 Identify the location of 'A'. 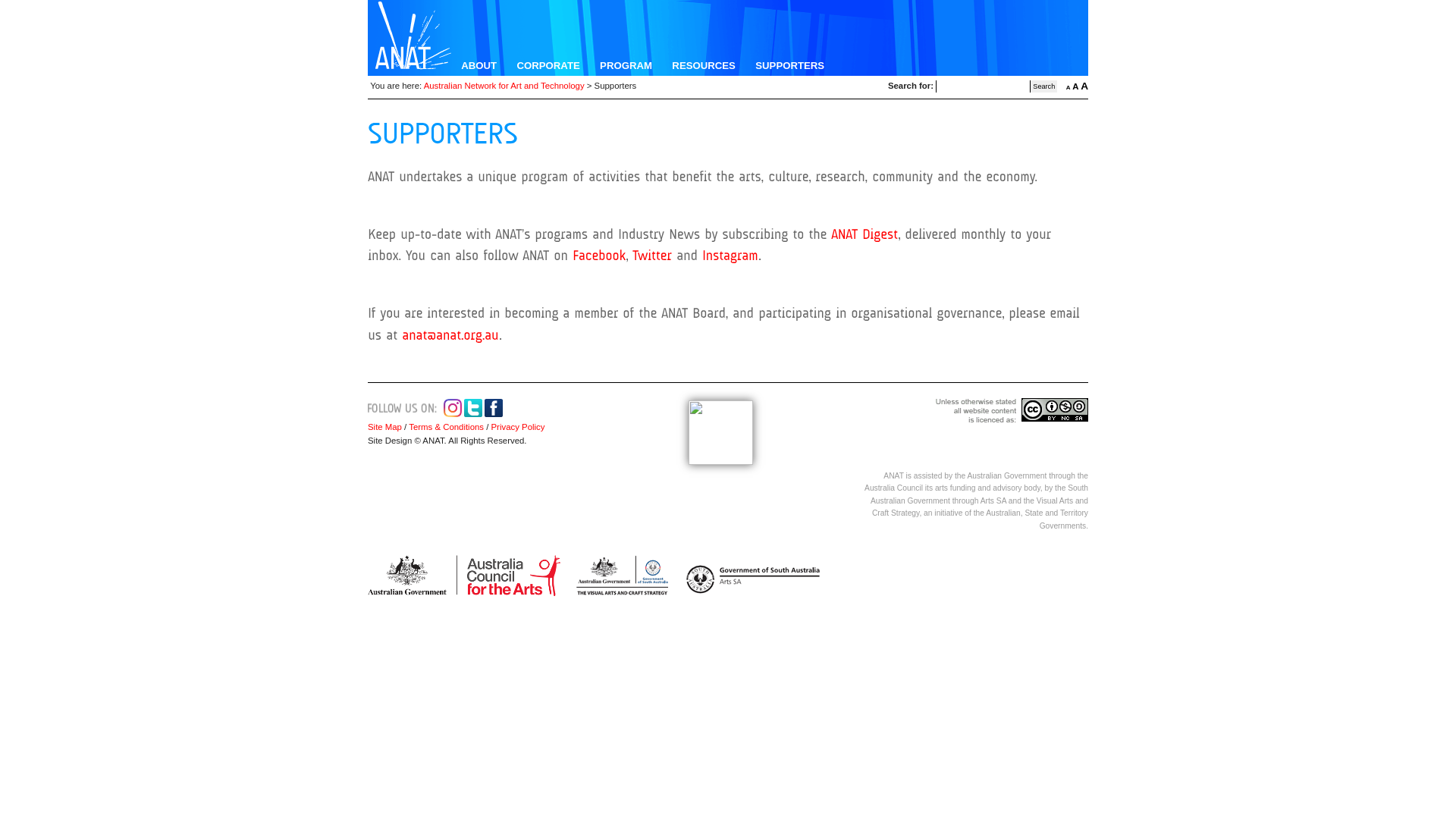
(1074, 86).